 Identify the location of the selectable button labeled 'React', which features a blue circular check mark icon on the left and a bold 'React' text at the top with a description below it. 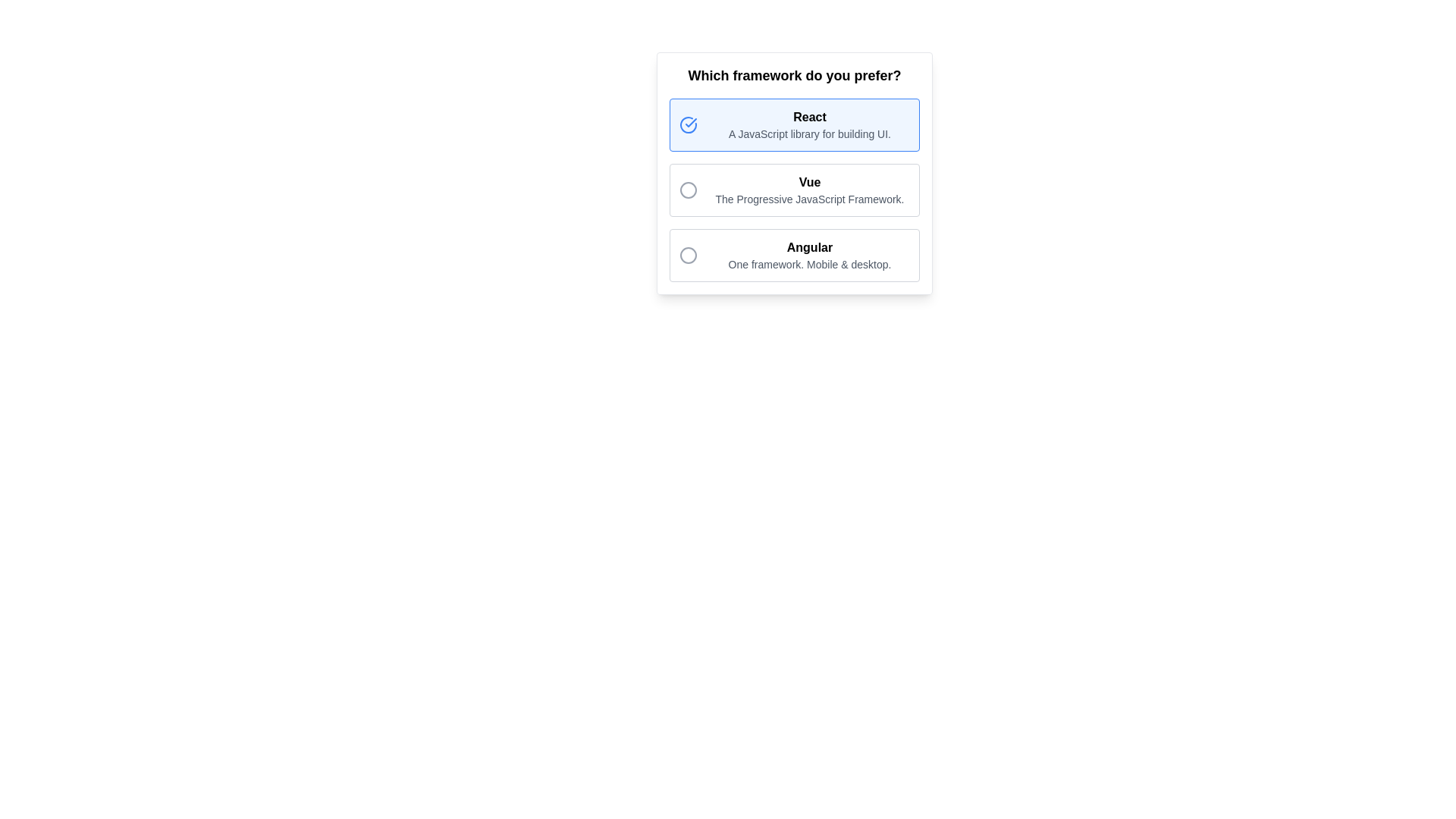
(793, 124).